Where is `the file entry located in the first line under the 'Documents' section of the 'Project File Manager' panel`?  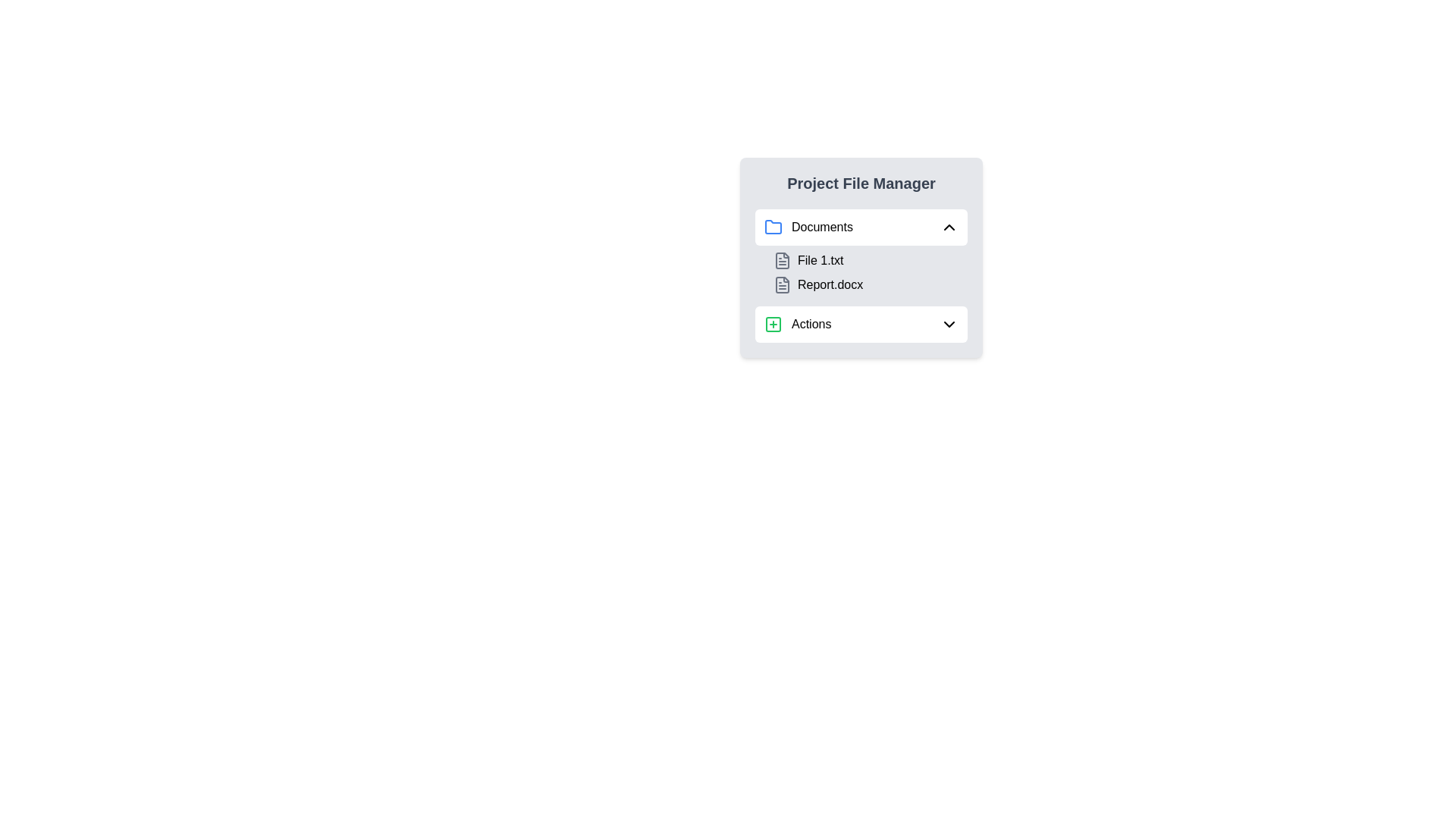
the file entry located in the first line under the 'Documents' section of the 'Project File Manager' panel is located at coordinates (870, 259).